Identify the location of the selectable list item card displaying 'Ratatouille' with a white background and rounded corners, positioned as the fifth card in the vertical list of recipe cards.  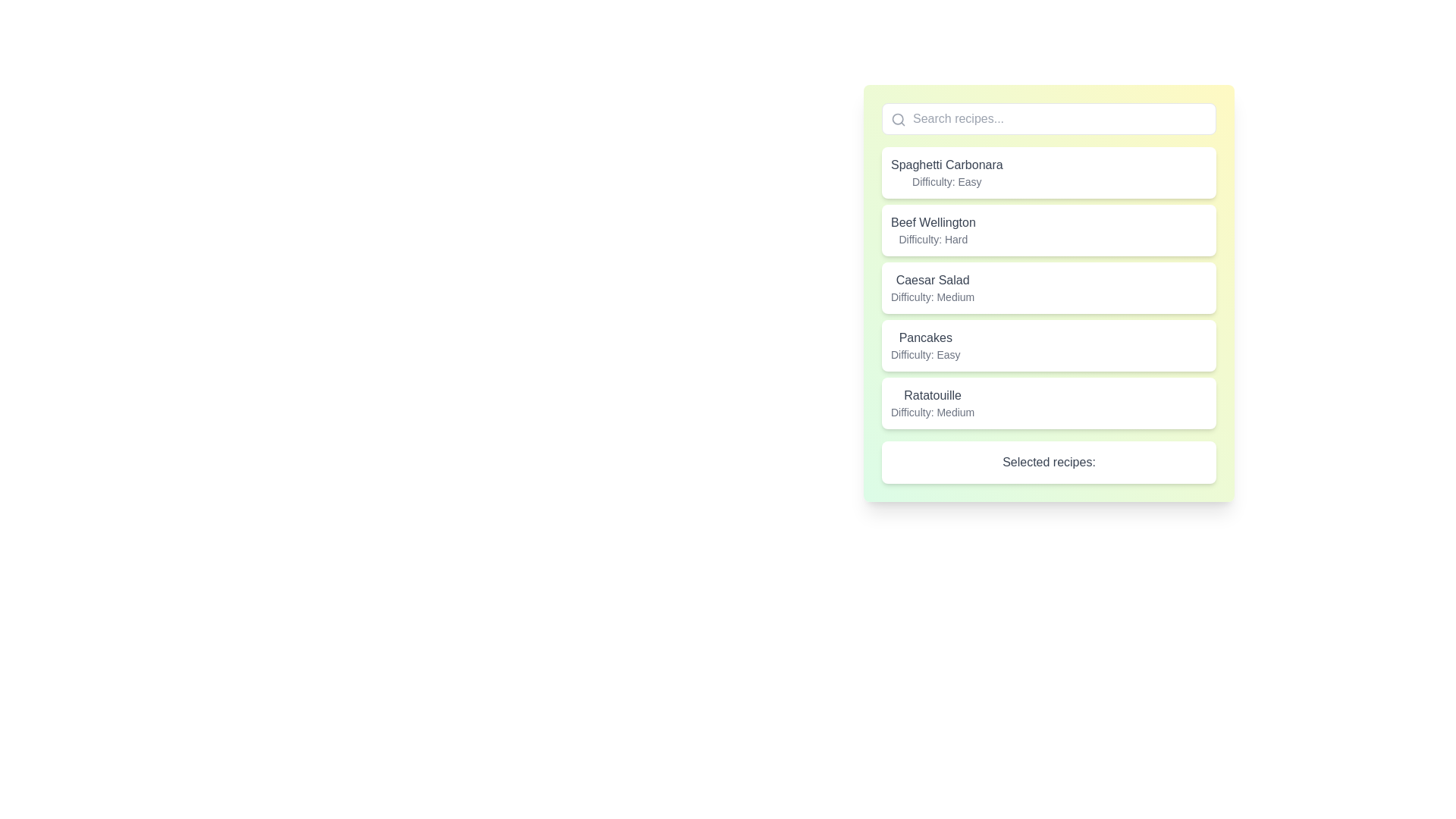
(1048, 403).